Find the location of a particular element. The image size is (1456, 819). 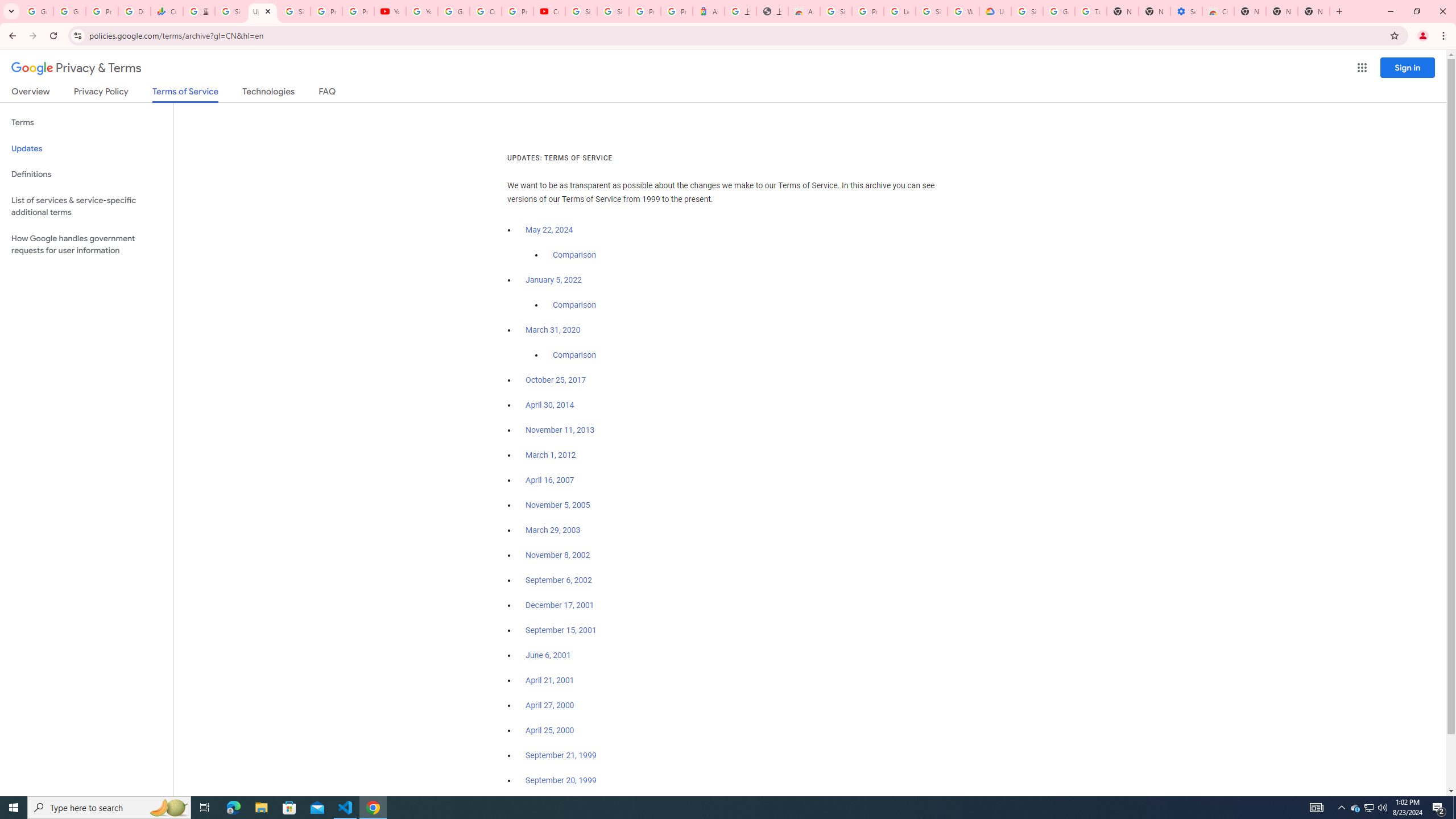

'September 21, 1999' is located at coordinates (561, 754).